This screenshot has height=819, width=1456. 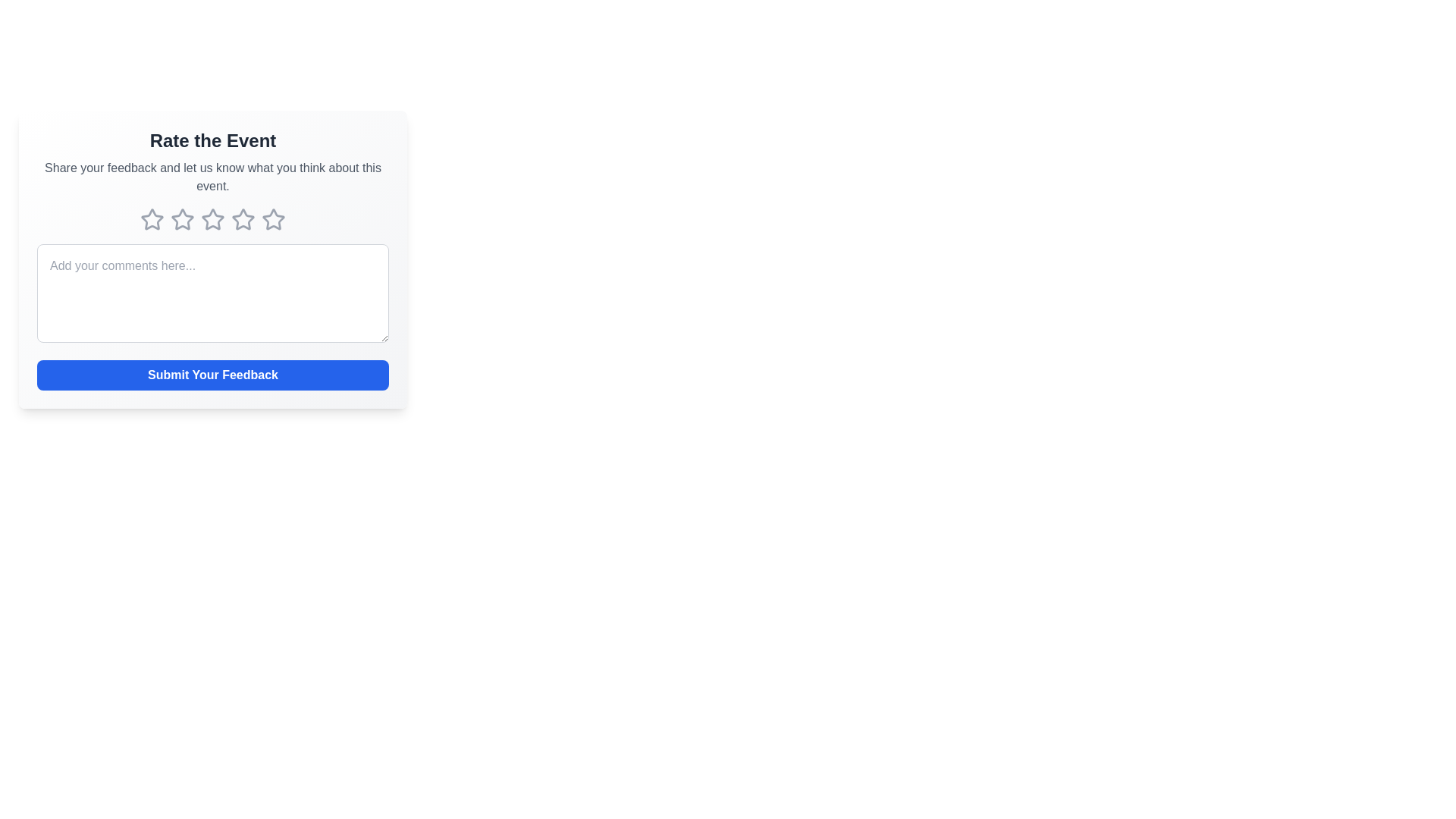 What do you see at coordinates (212, 375) in the screenshot?
I see `the wide blue button labeled 'Submit Your Feedback' at the bottom center of the feedback form` at bounding box center [212, 375].